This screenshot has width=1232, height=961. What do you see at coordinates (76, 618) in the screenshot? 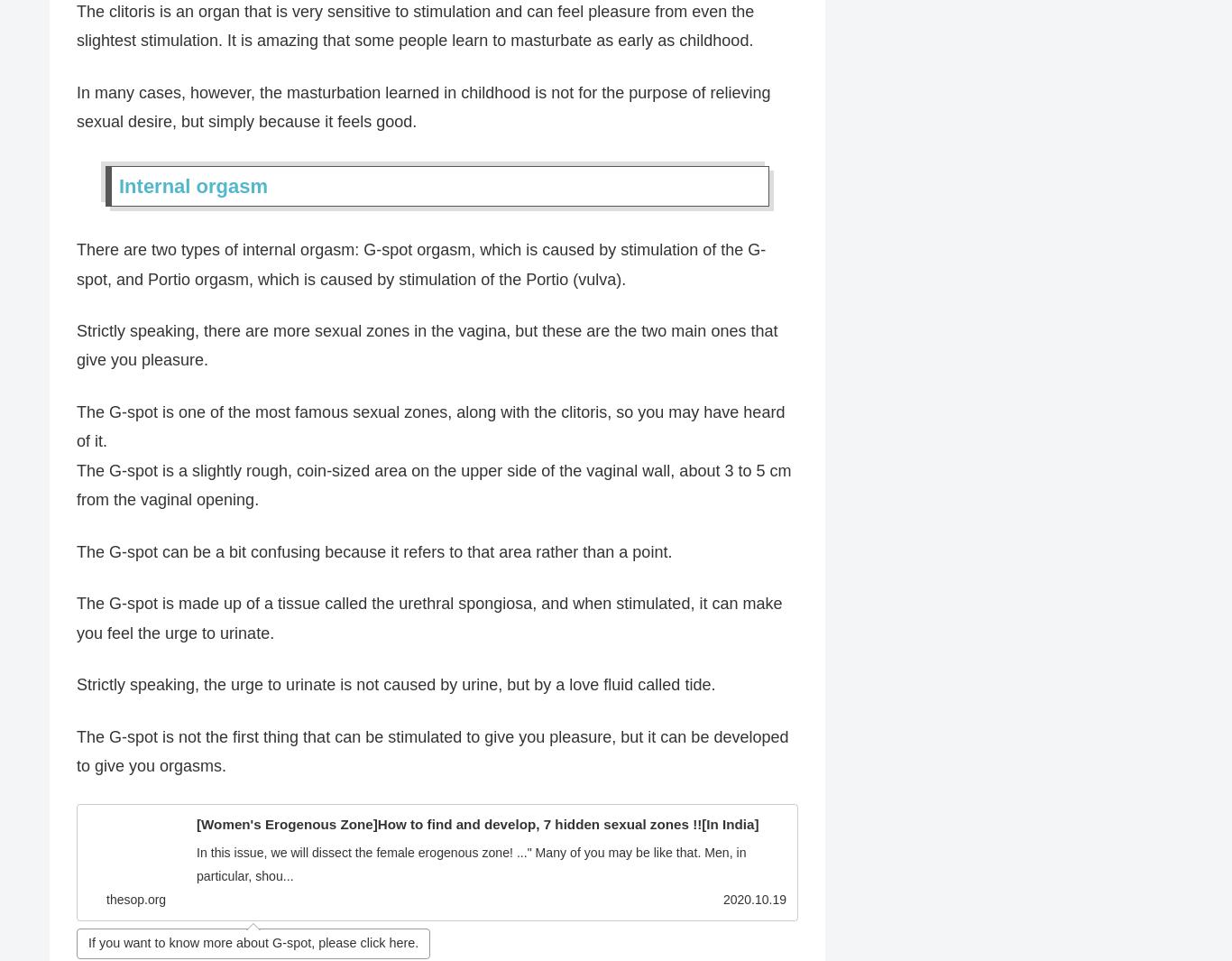
I see `'The G-spot is made up of a tissue called the urethral spongiosa, and when stimulated, it can make you feel the urge to urinate.'` at bounding box center [76, 618].